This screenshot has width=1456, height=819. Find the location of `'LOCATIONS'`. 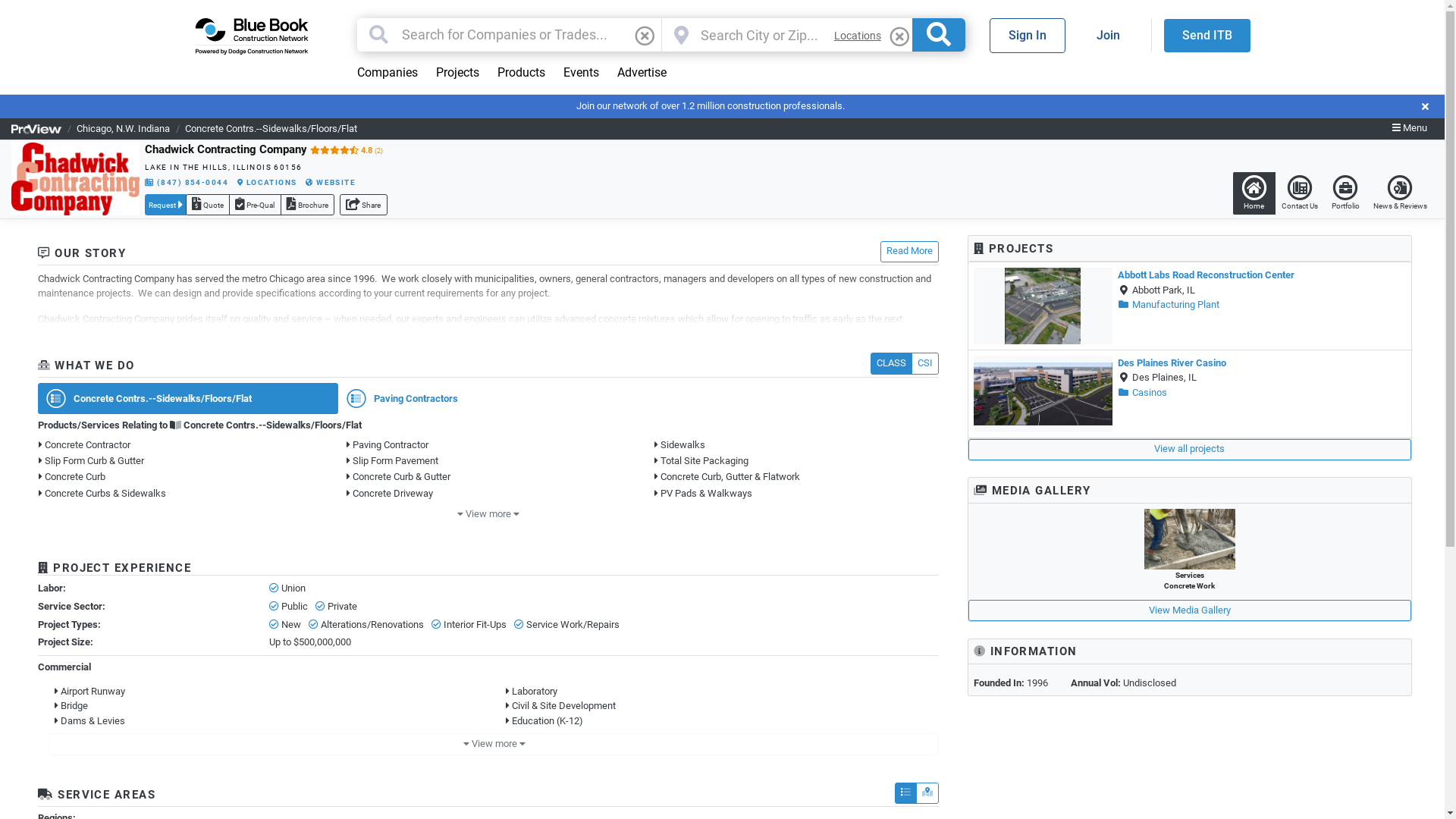

'LOCATIONS' is located at coordinates (236, 181).